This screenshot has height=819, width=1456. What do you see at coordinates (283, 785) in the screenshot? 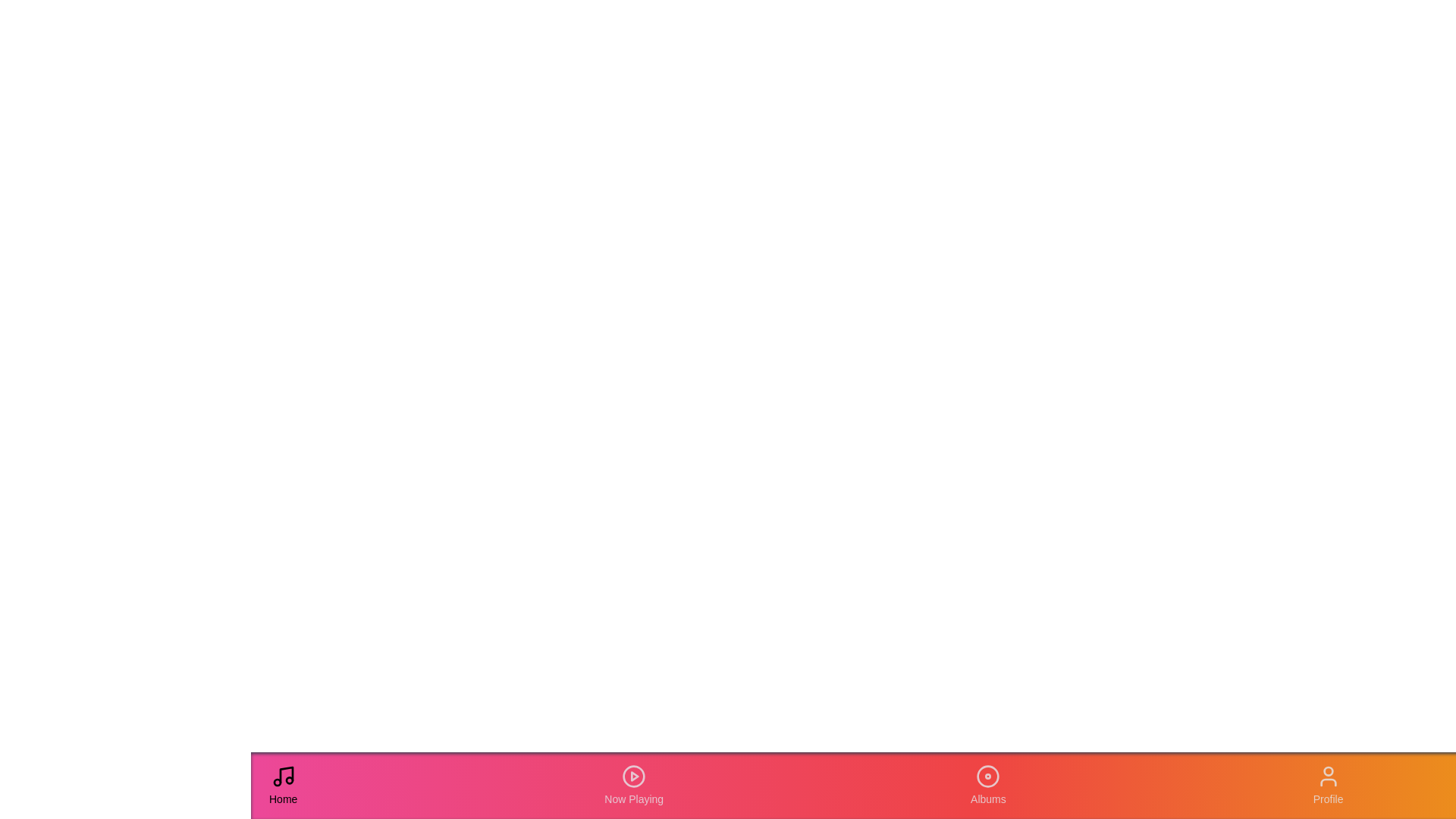
I see `the 'Home' tab in the navigation bar` at bounding box center [283, 785].